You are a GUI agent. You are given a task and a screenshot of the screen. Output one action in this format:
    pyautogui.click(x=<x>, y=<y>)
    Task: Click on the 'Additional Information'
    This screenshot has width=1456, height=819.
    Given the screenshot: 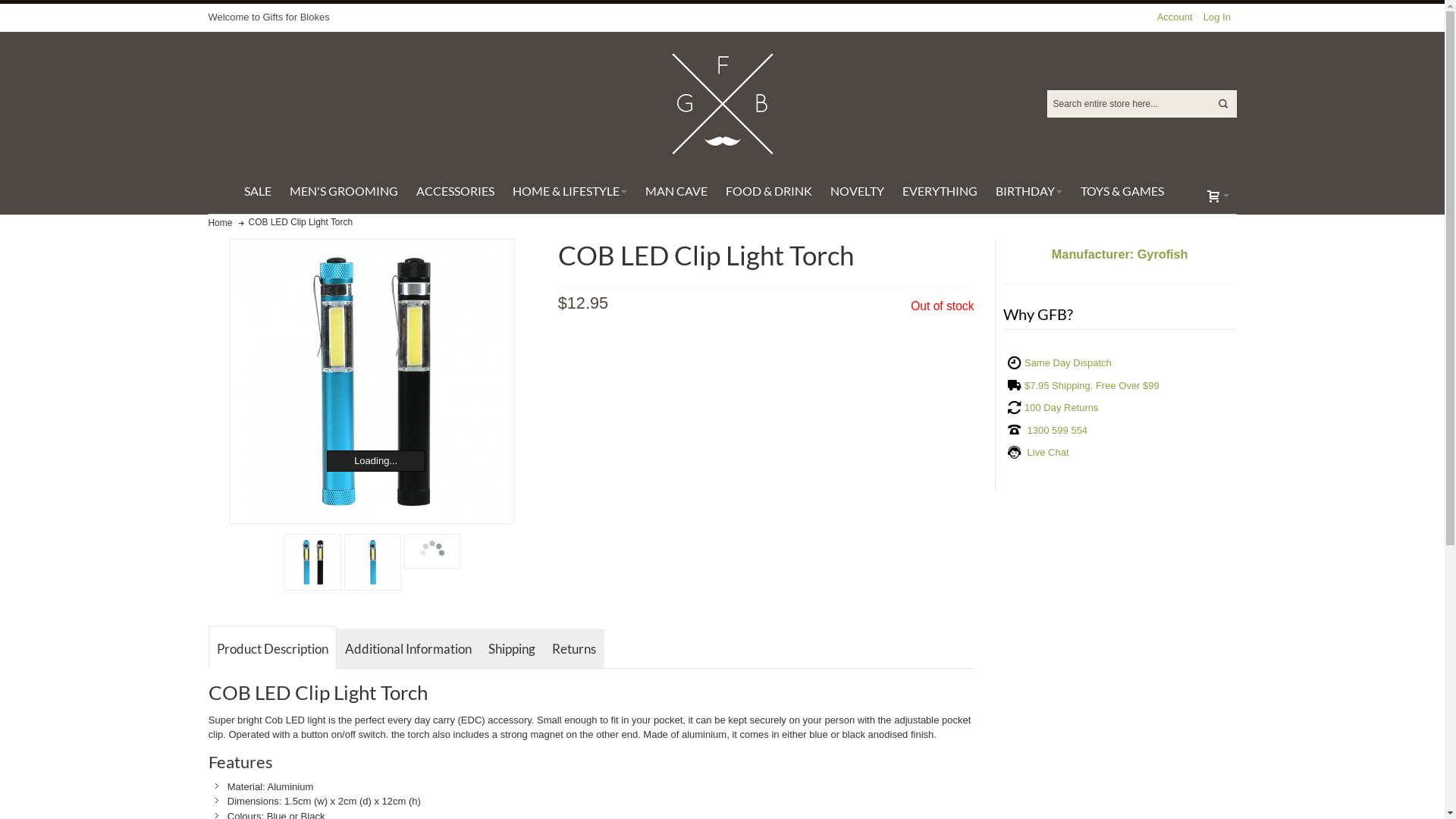 What is the action you would take?
    pyautogui.click(x=408, y=648)
    